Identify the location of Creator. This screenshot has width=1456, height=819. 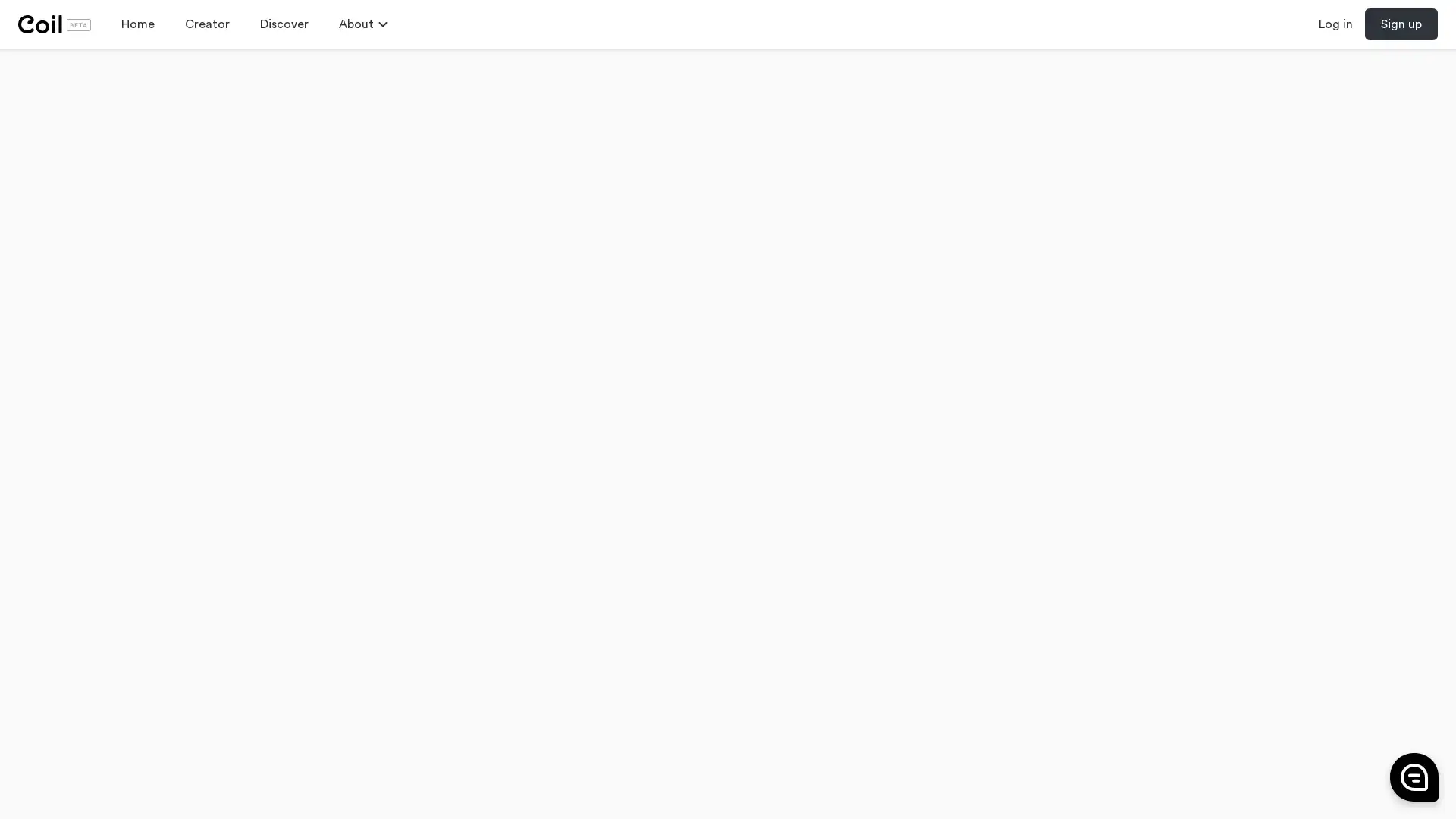
(206, 24).